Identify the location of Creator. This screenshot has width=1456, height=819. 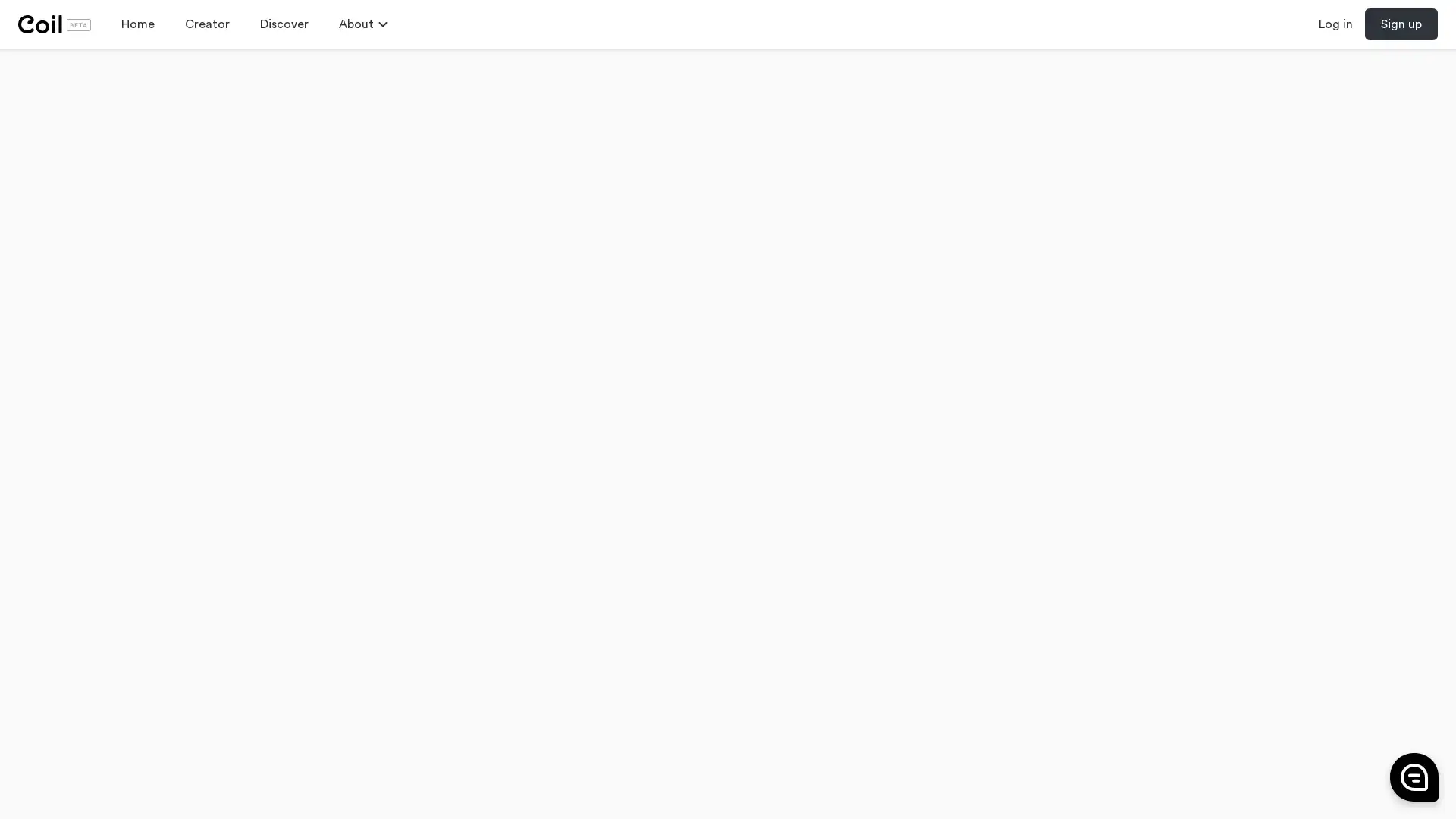
(206, 24).